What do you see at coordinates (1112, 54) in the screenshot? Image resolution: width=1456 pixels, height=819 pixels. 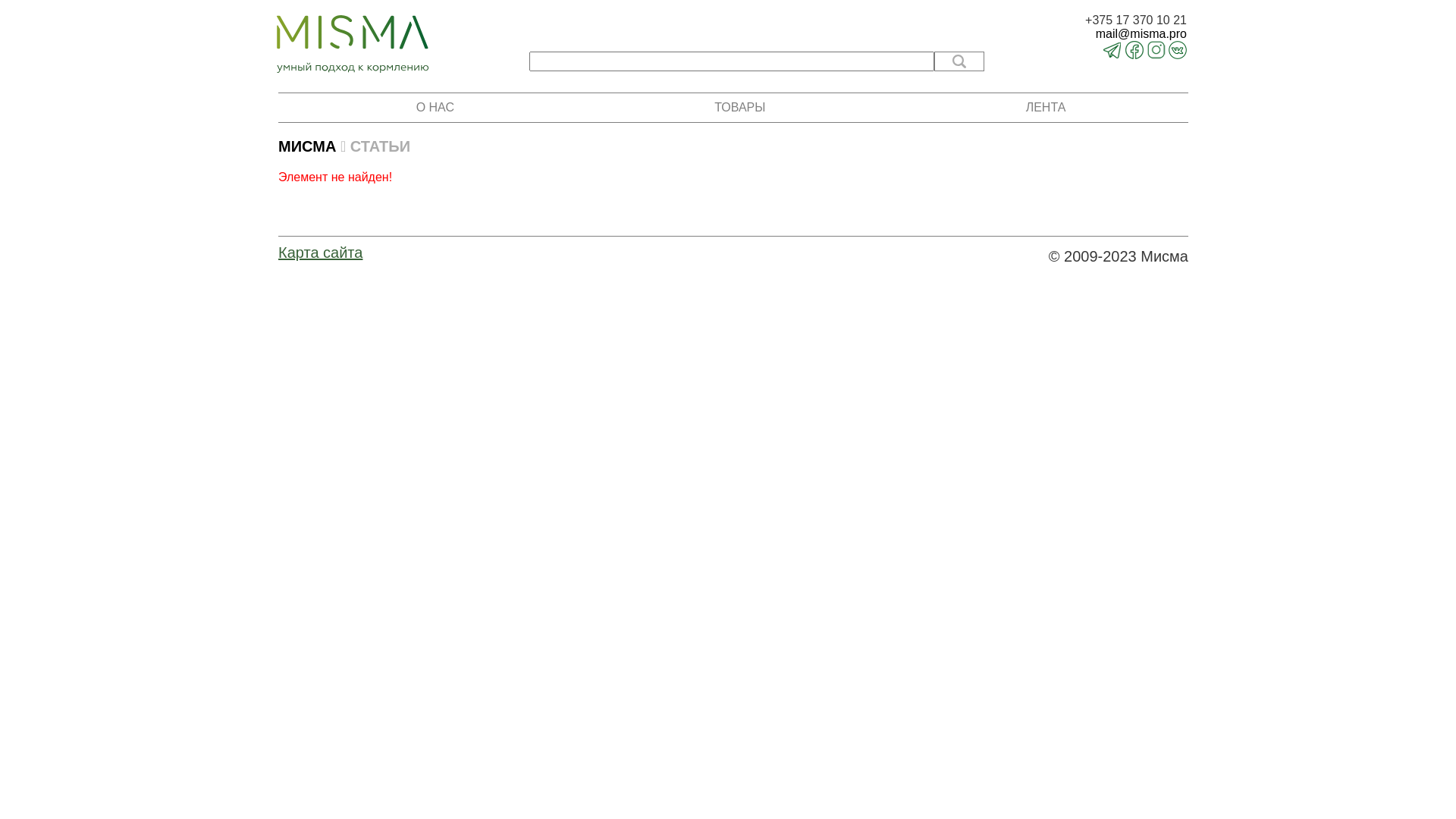 I see `'Telegram'` at bounding box center [1112, 54].